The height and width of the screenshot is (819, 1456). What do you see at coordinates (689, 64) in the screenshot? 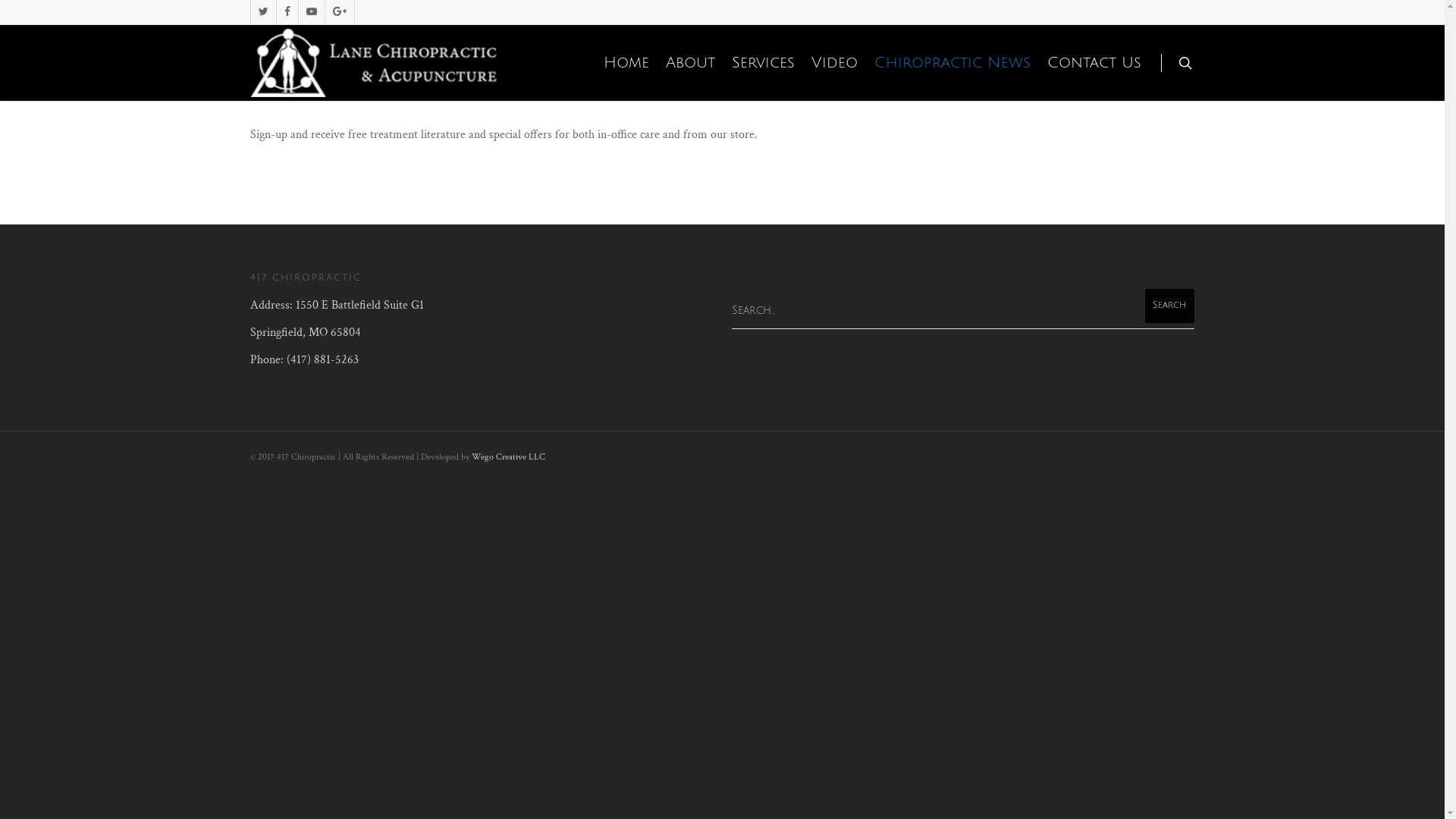
I see `'About'` at bounding box center [689, 64].